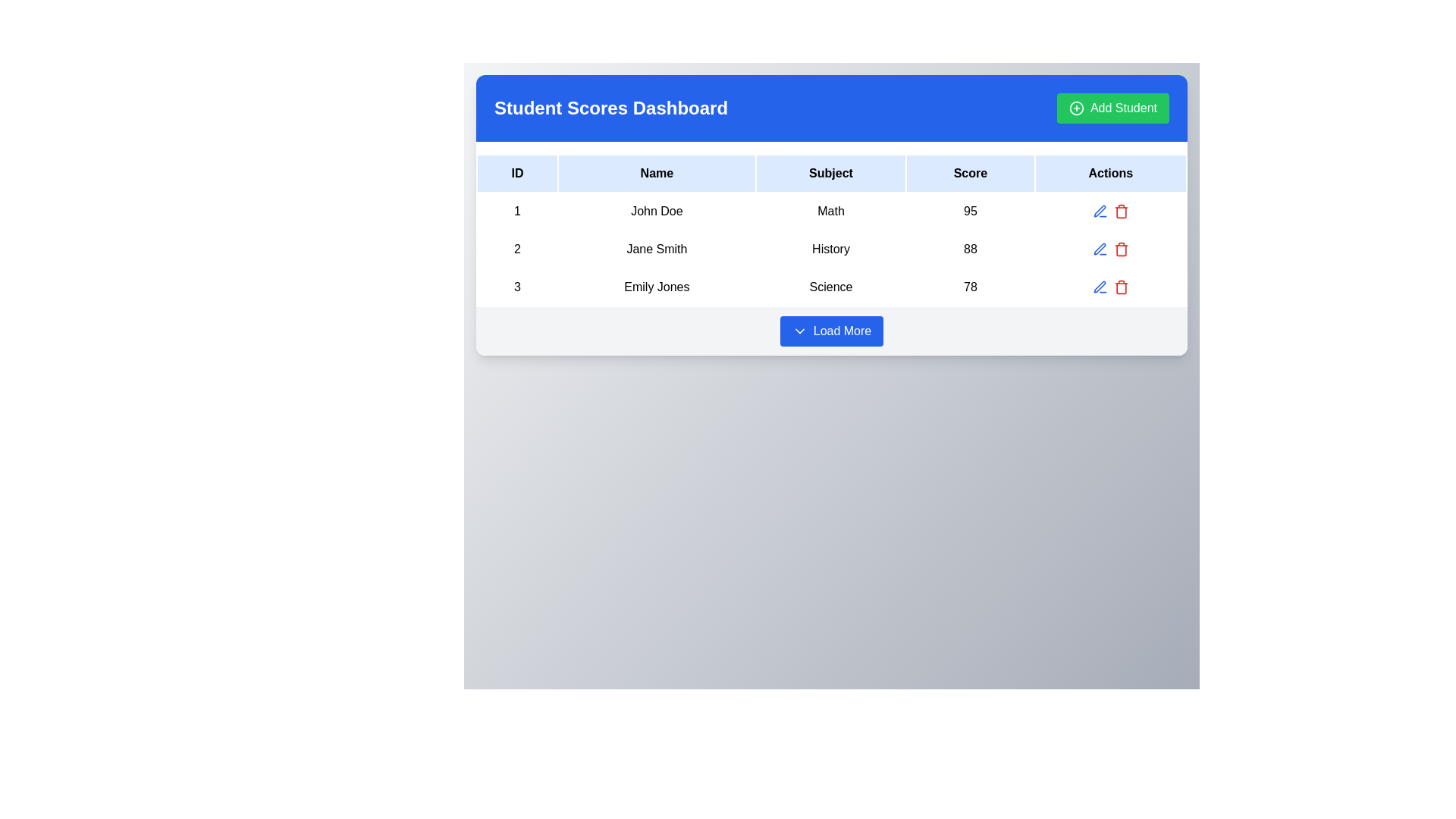 This screenshot has height=819, width=1456. What do you see at coordinates (1121, 248) in the screenshot?
I see `the delete button in the 'Actions' column of the second row associated with 'Jane Smith / History / 88'` at bounding box center [1121, 248].